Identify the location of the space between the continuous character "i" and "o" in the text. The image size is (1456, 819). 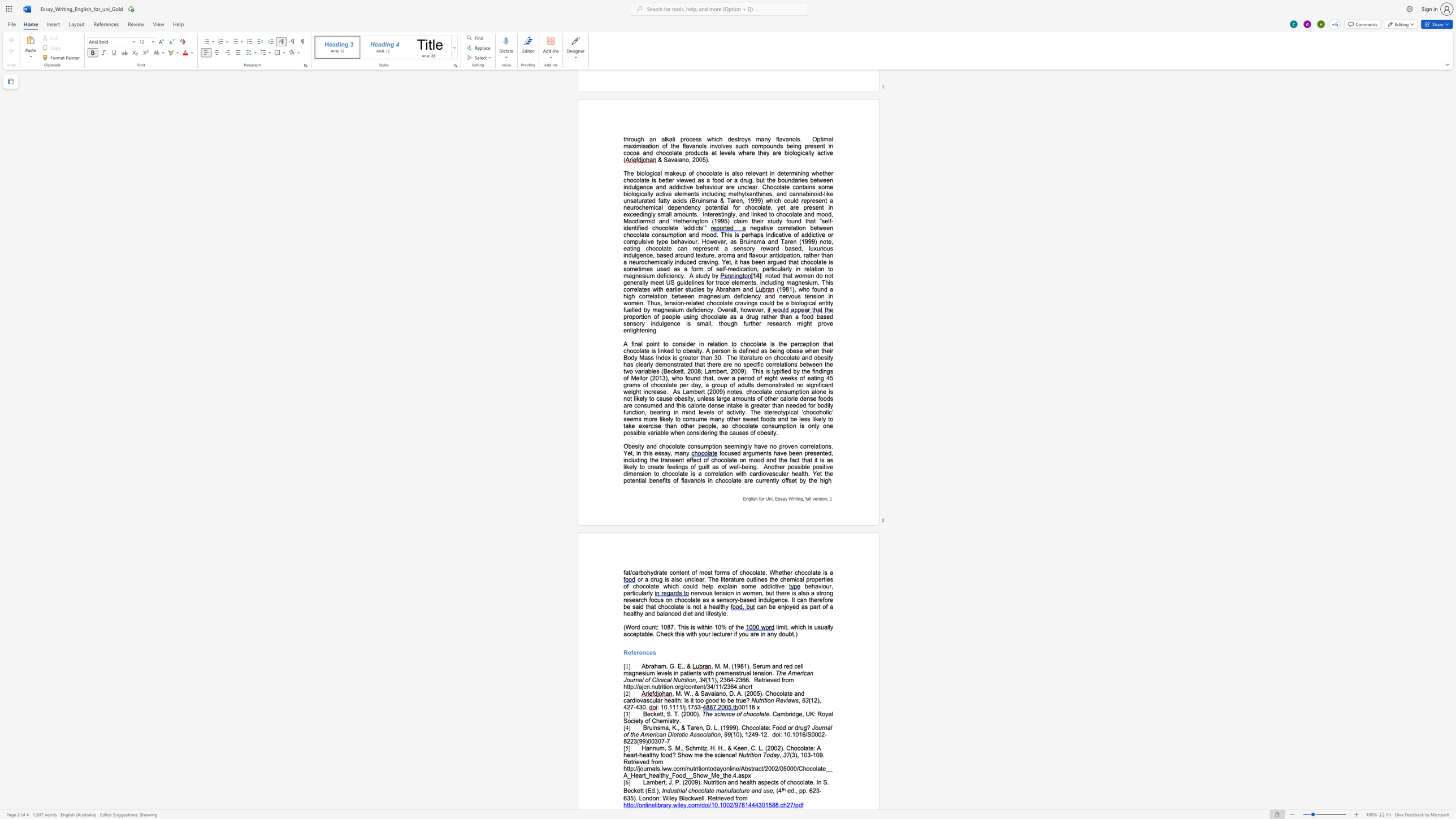
(666, 687).